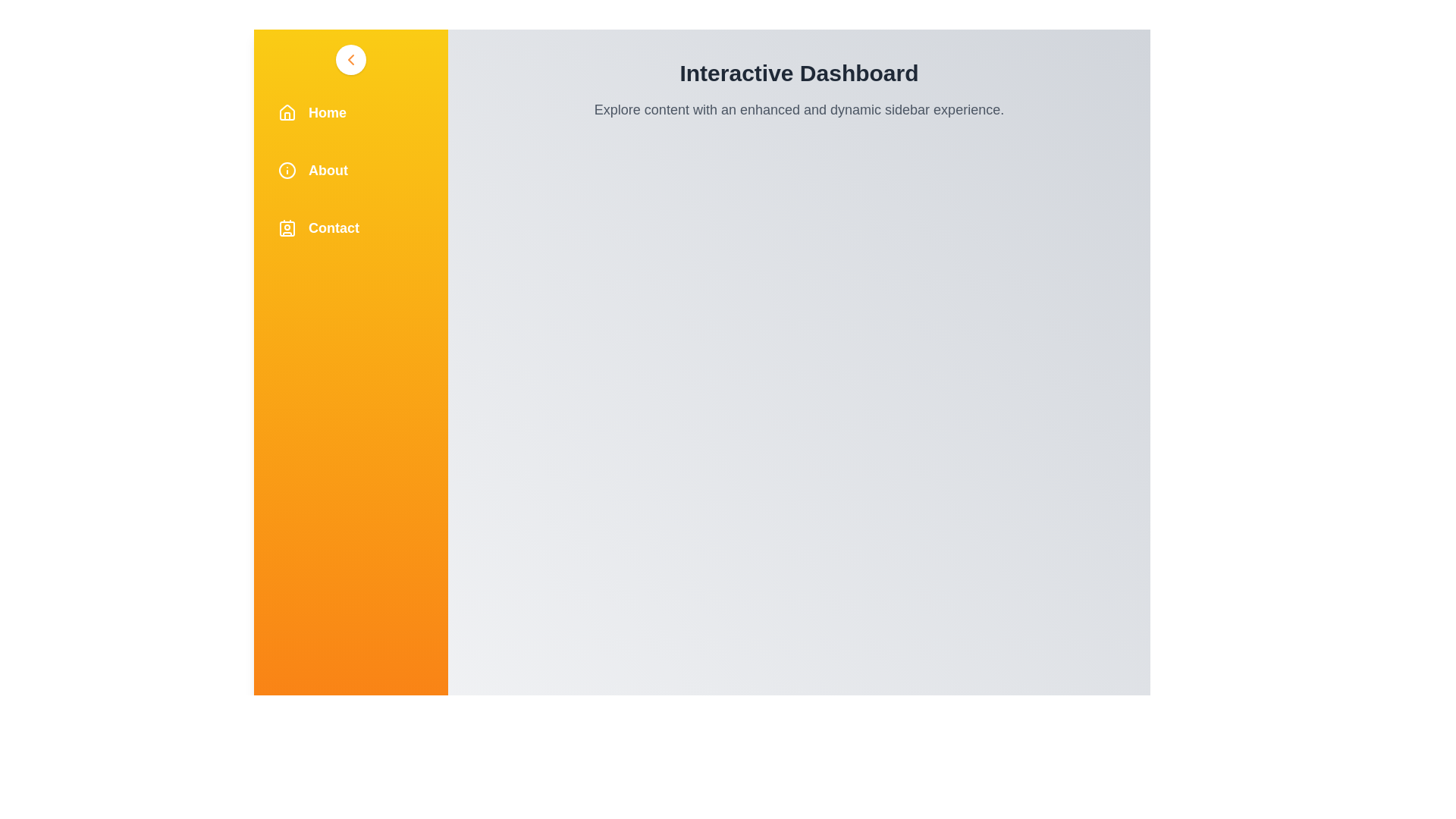 This screenshot has width=1456, height=819. Describe the element at coordinates (350, 170) in the screenshot. I see `the 'About' menu item in the sidebar` at that location.